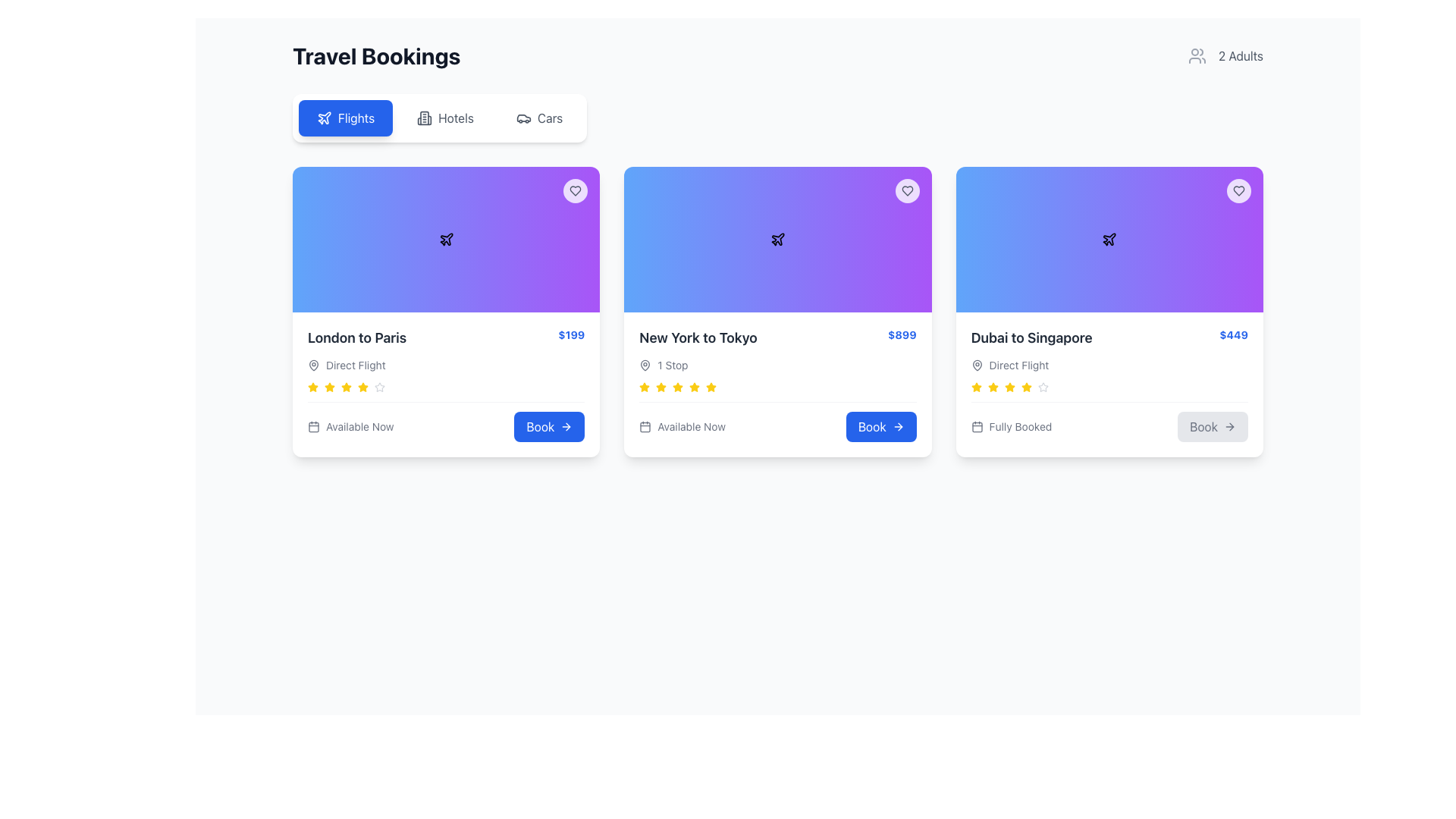  Describe the element at coordinates (539, 117) in the screenshot. I see `the third button in the horizontal group located to the right of 'Flights' and 'Hotels'` at that location.